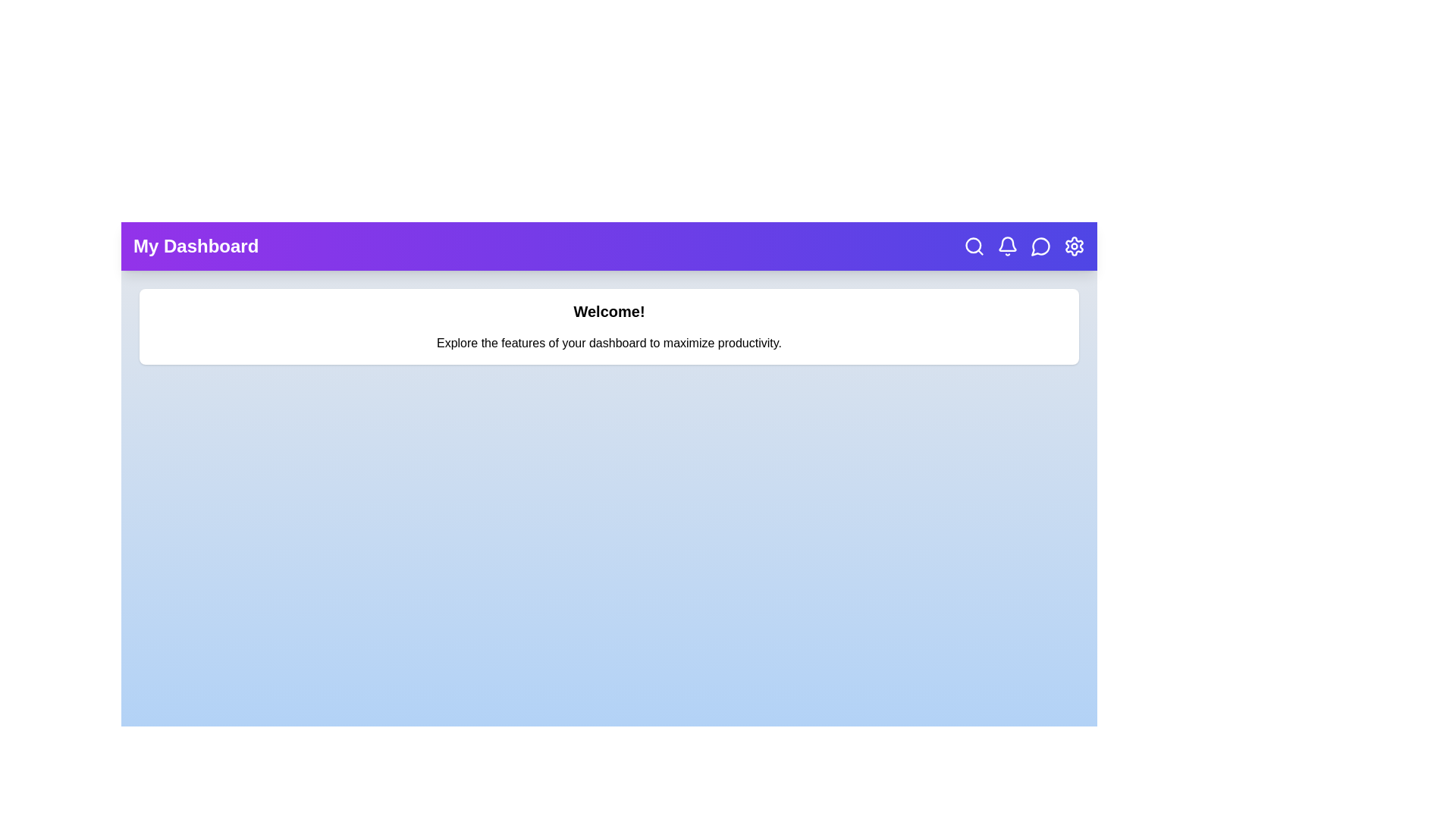  What do you see at coordinates (1073, 245) in the screenshot?
I see `the Settings button to perform its associated action` at bounding box center [1073, 245].